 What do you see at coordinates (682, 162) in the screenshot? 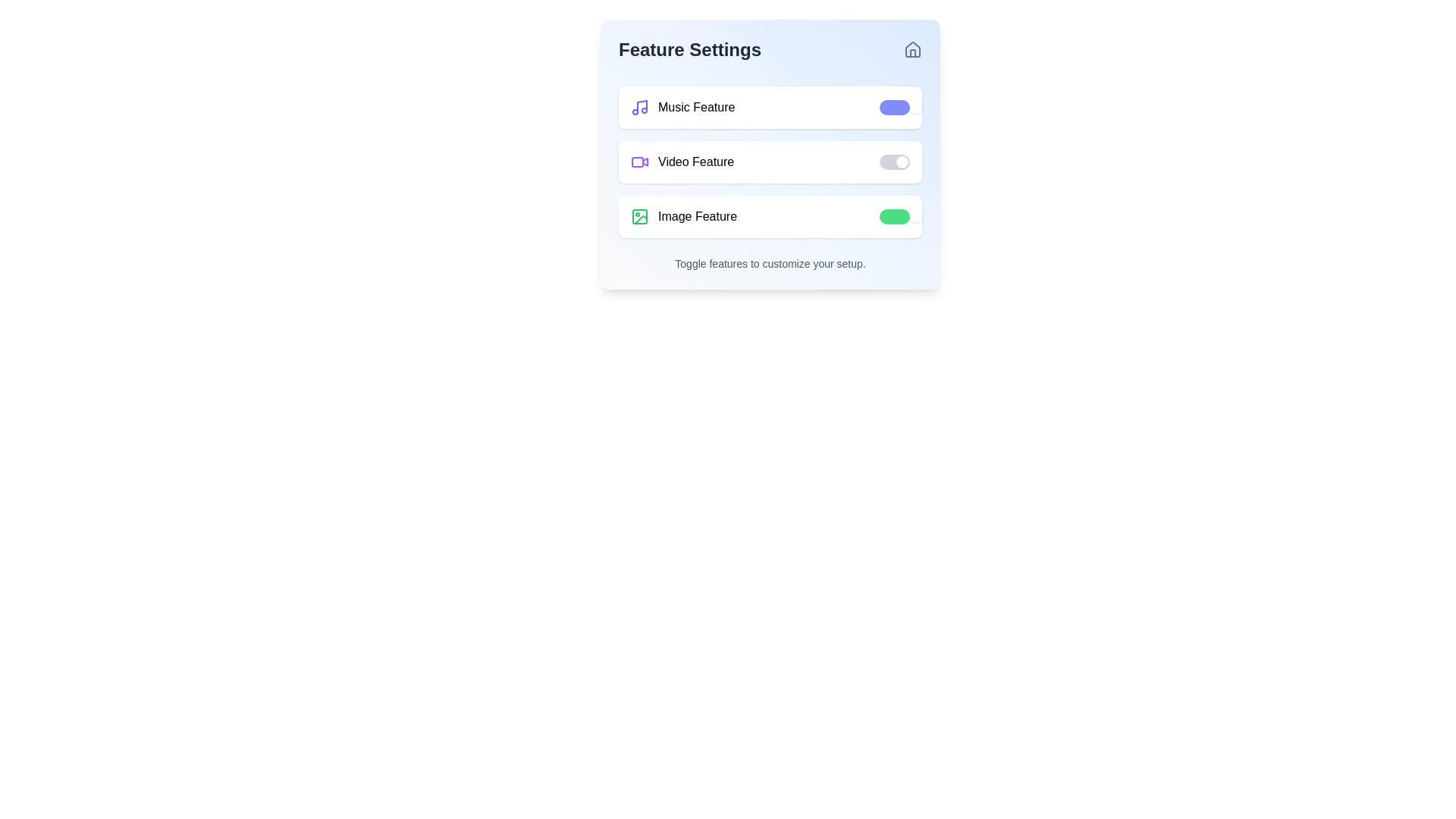
I see `the 'Video Feature' label located in the middle of a vertically-arranged list within the 'Feature Settings' card, positioned to the left of a toggle switch` at bounding box center [682, 162].